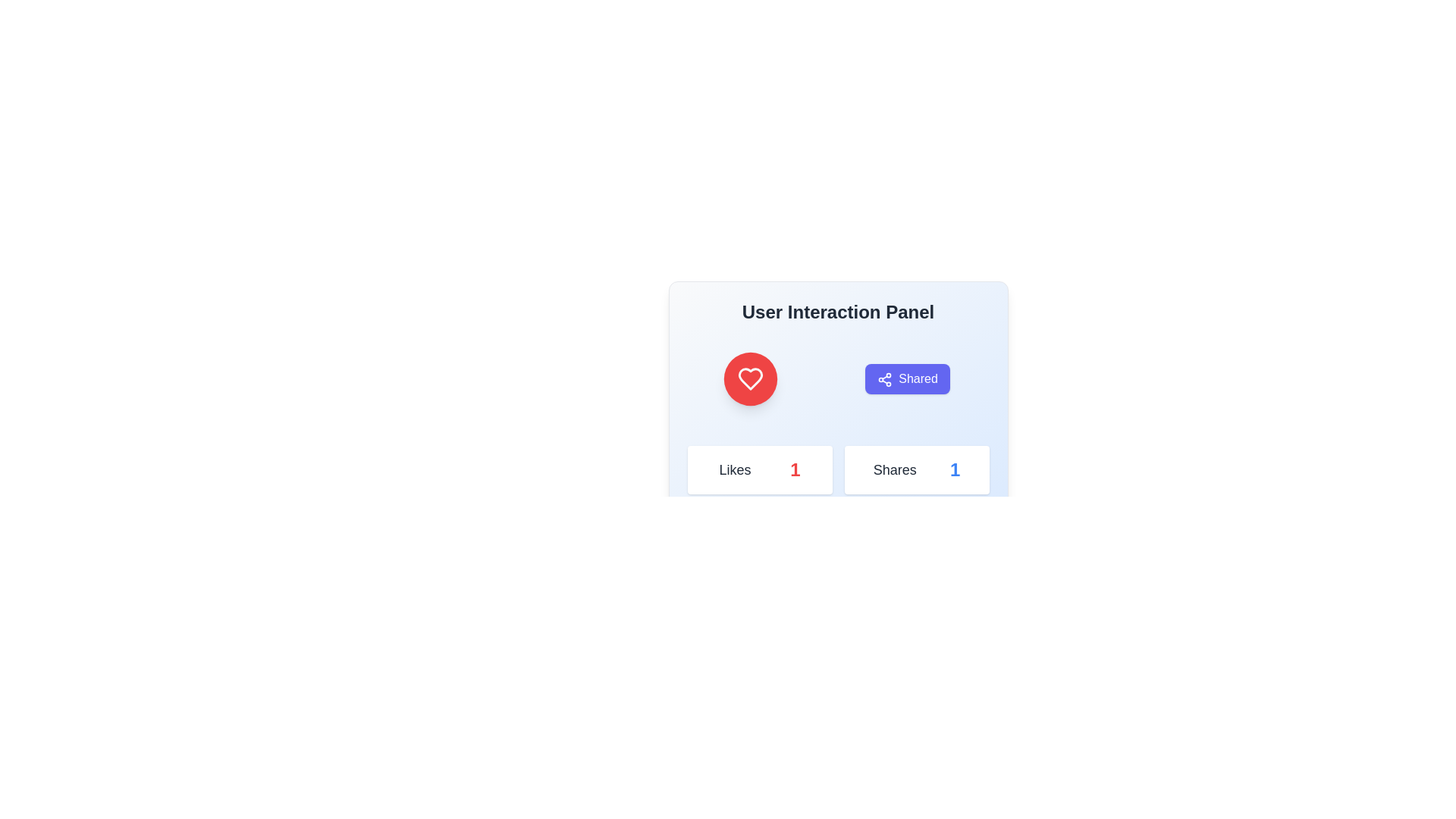 This screenshot has height=819, width=1456. Describe the element at coordinates (837, 312) in the screenshot. I see `the Text element at the top of the panel, which serves as its title or header, to describe the content or purpose of the panel` at that location.